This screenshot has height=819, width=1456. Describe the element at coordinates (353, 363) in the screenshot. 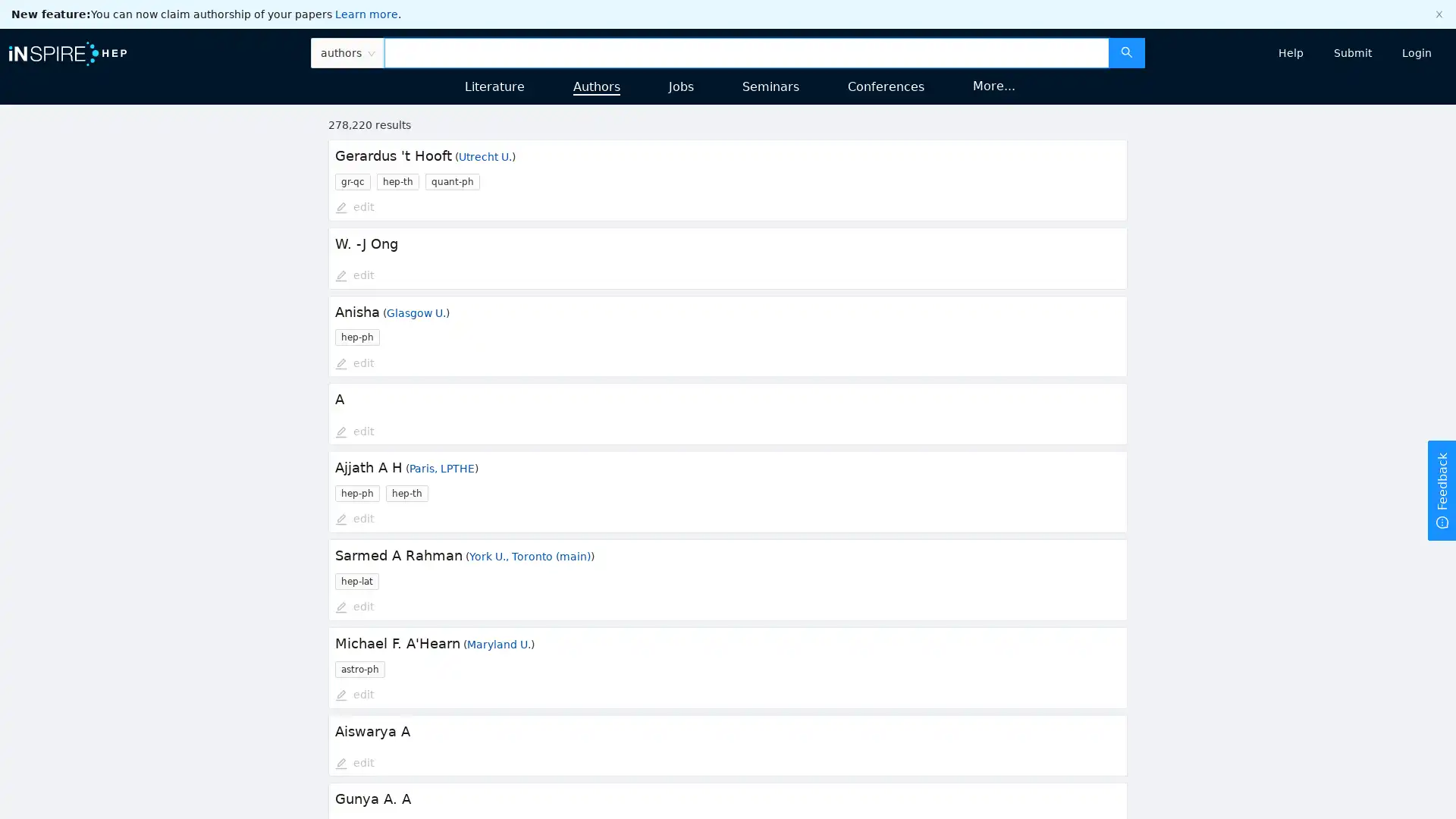

I see `edit edit` at that location.